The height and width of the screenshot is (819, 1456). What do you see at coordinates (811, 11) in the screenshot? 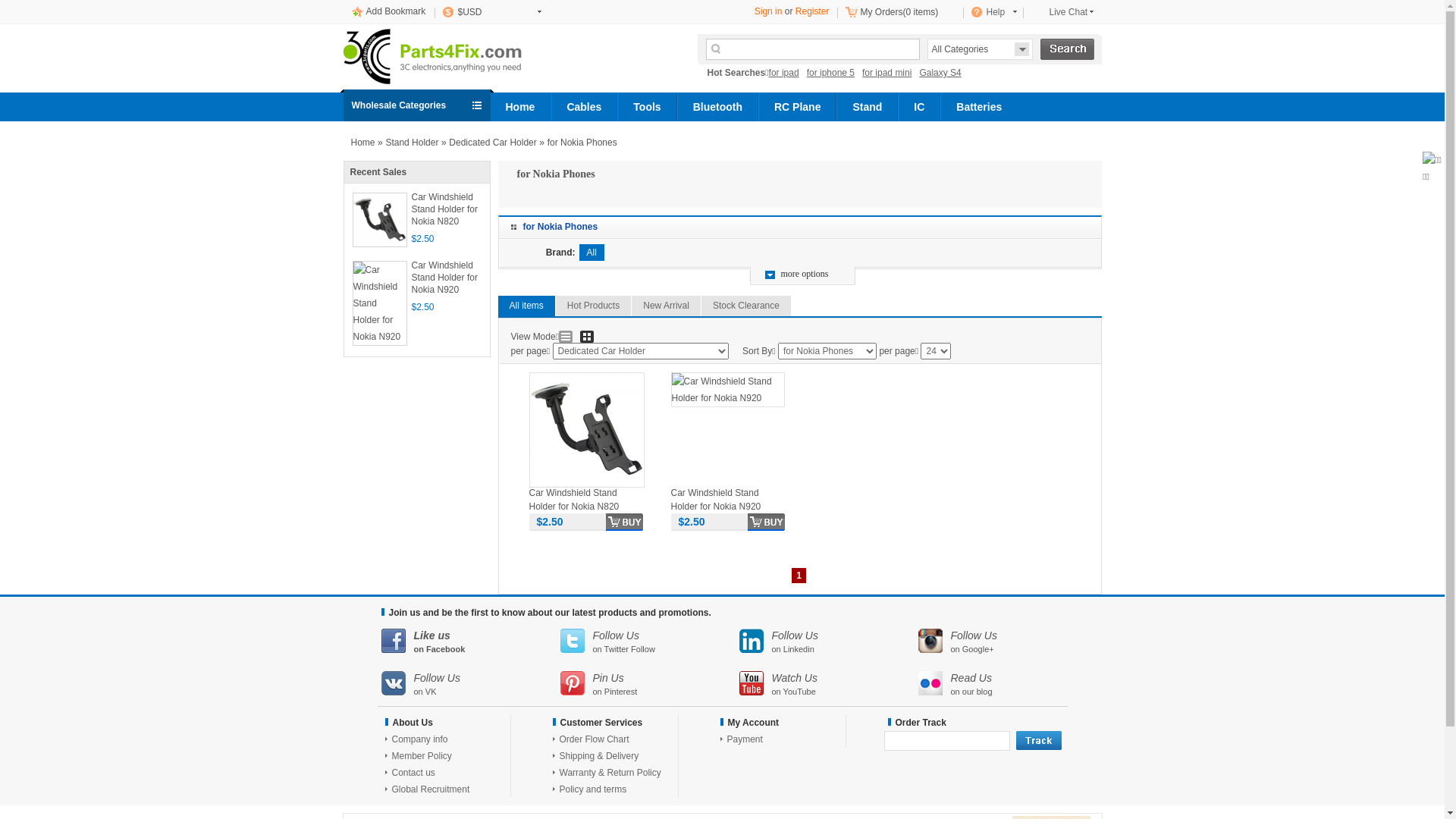
I see `'Register'` at bounding box center [811, 11].